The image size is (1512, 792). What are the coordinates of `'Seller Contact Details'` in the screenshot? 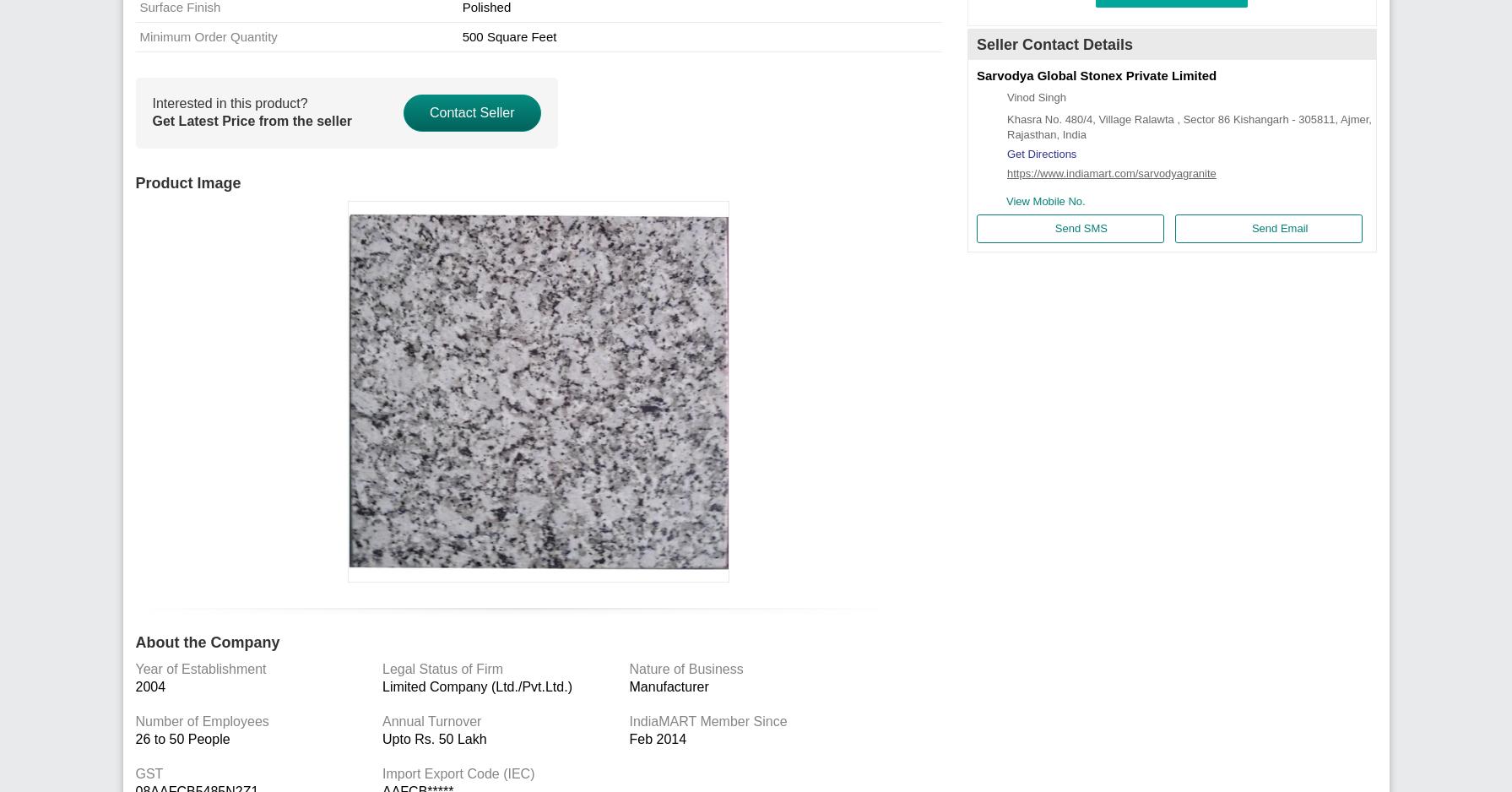 It's located at (1054, 43).